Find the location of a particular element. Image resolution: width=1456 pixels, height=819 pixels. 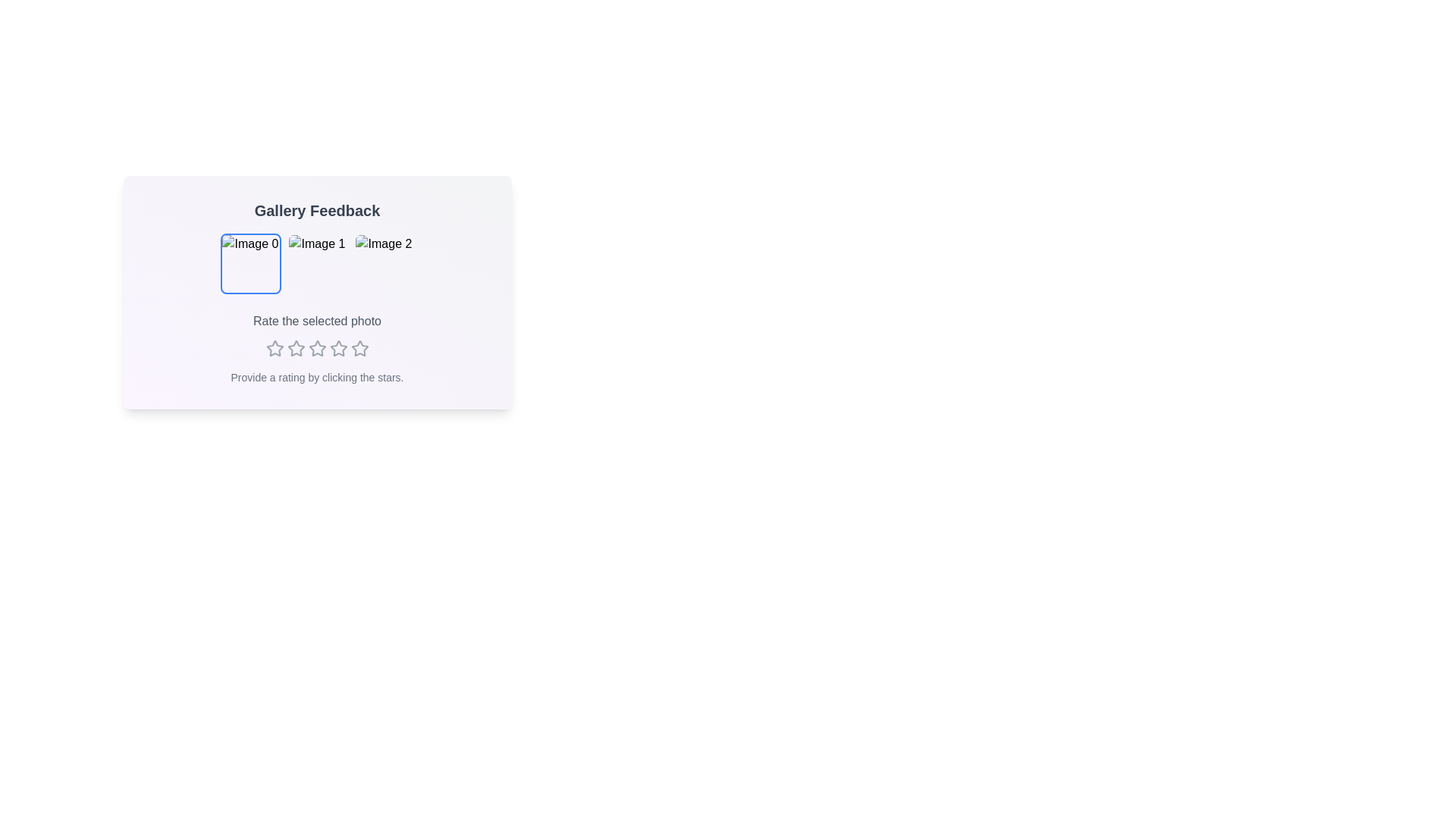

the star icons in the Rating widget located beneath the 'Gallery Feedback' header, allowing users to visually rate the content is located at coordinates (316, 348).